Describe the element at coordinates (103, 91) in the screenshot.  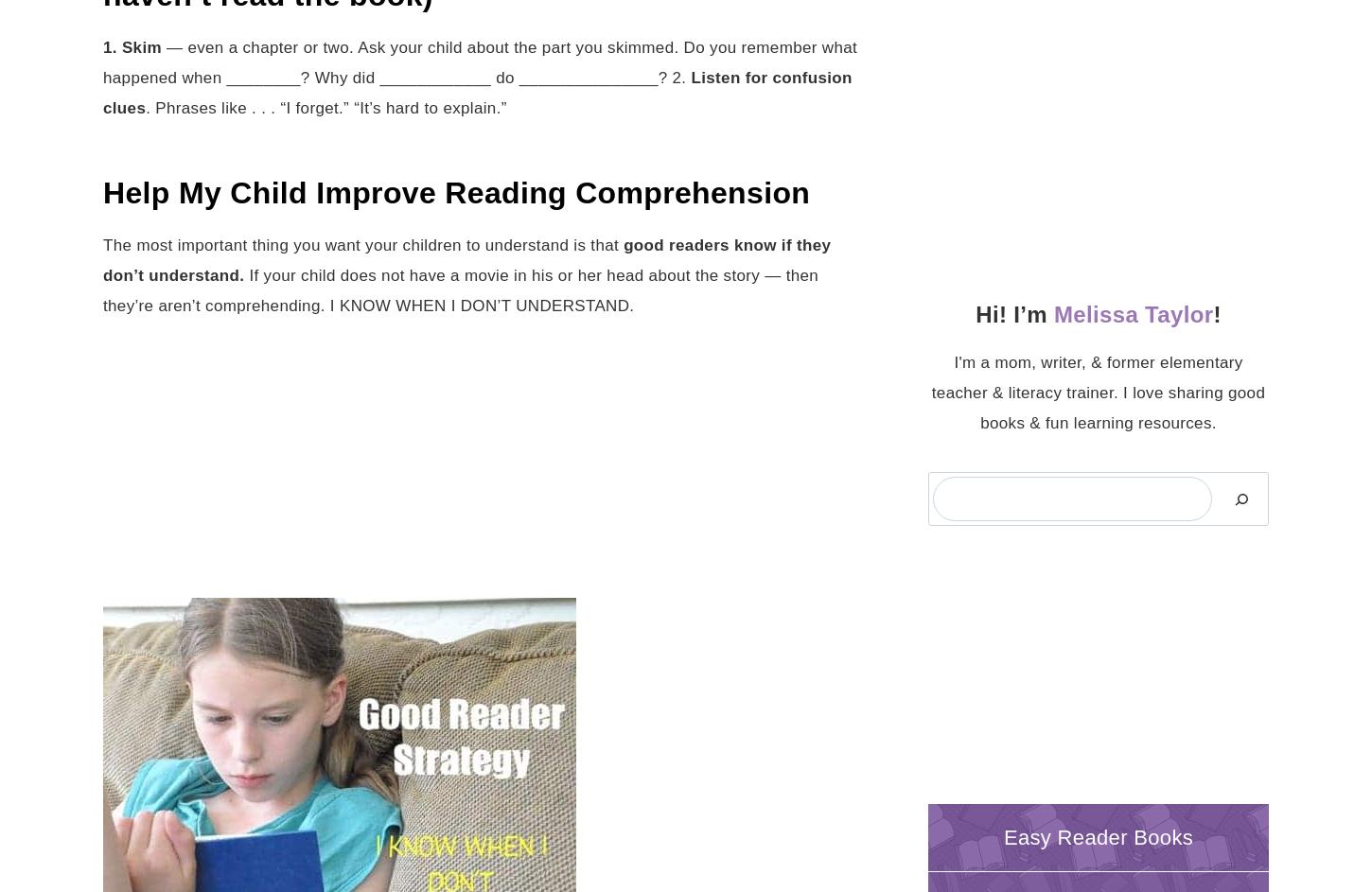
I see `'Listen for confusion clues'` at that location.